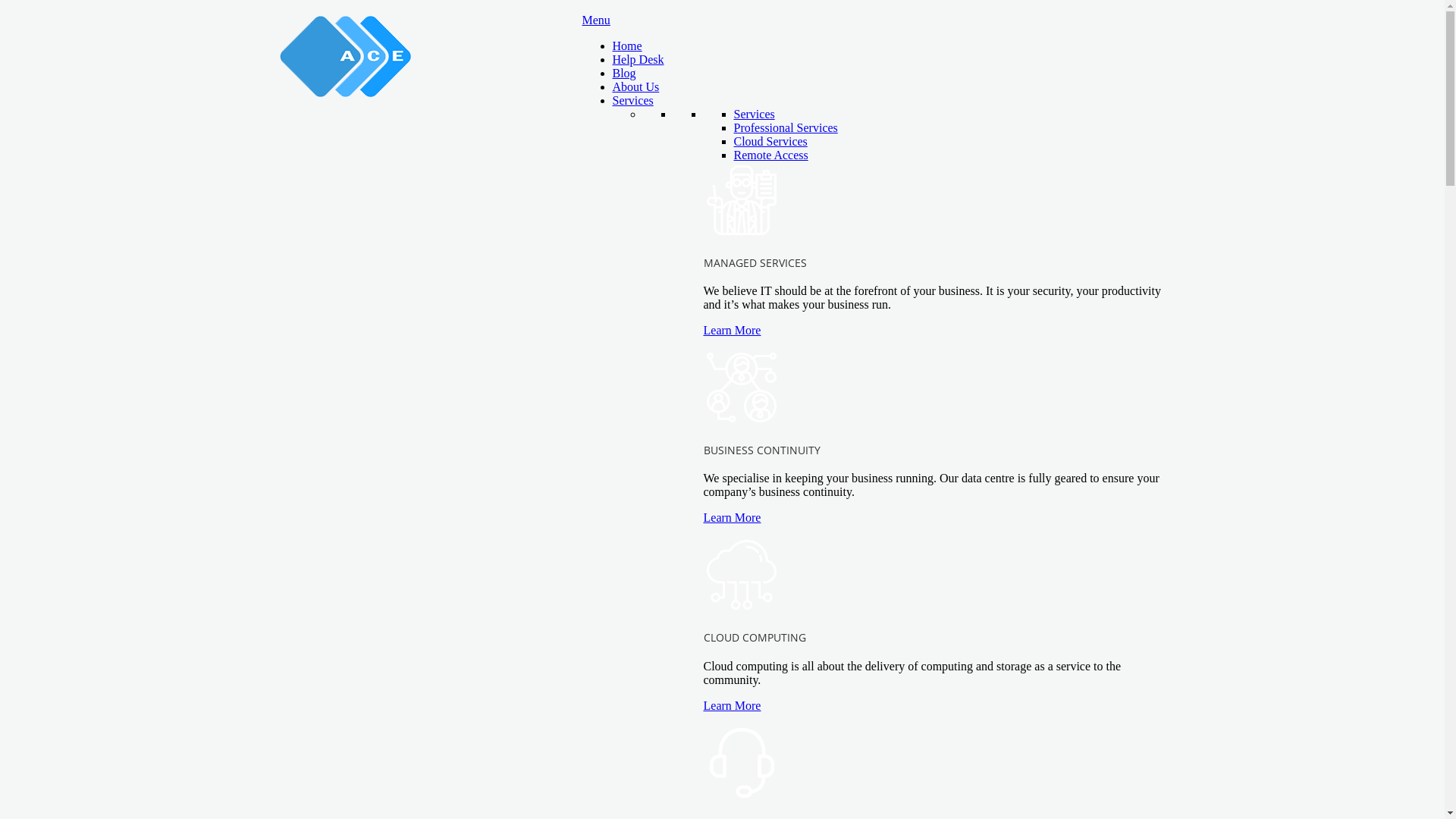 The image size is (1456, 819). Describe the element at coordinates (612, 45) in the screenshot. I see `'Home'` at that location.